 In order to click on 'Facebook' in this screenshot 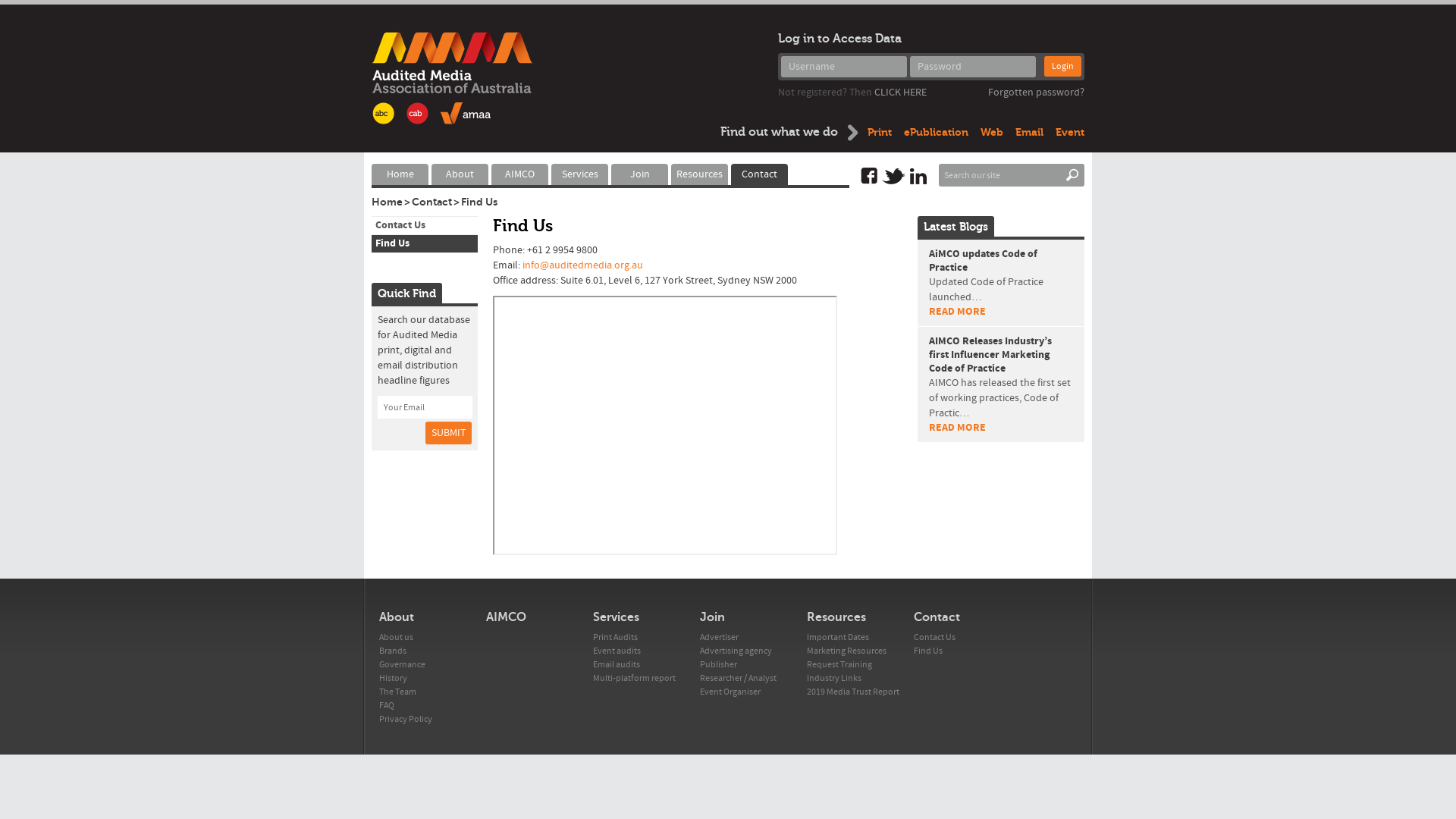, I will do `click(869, 174)`.